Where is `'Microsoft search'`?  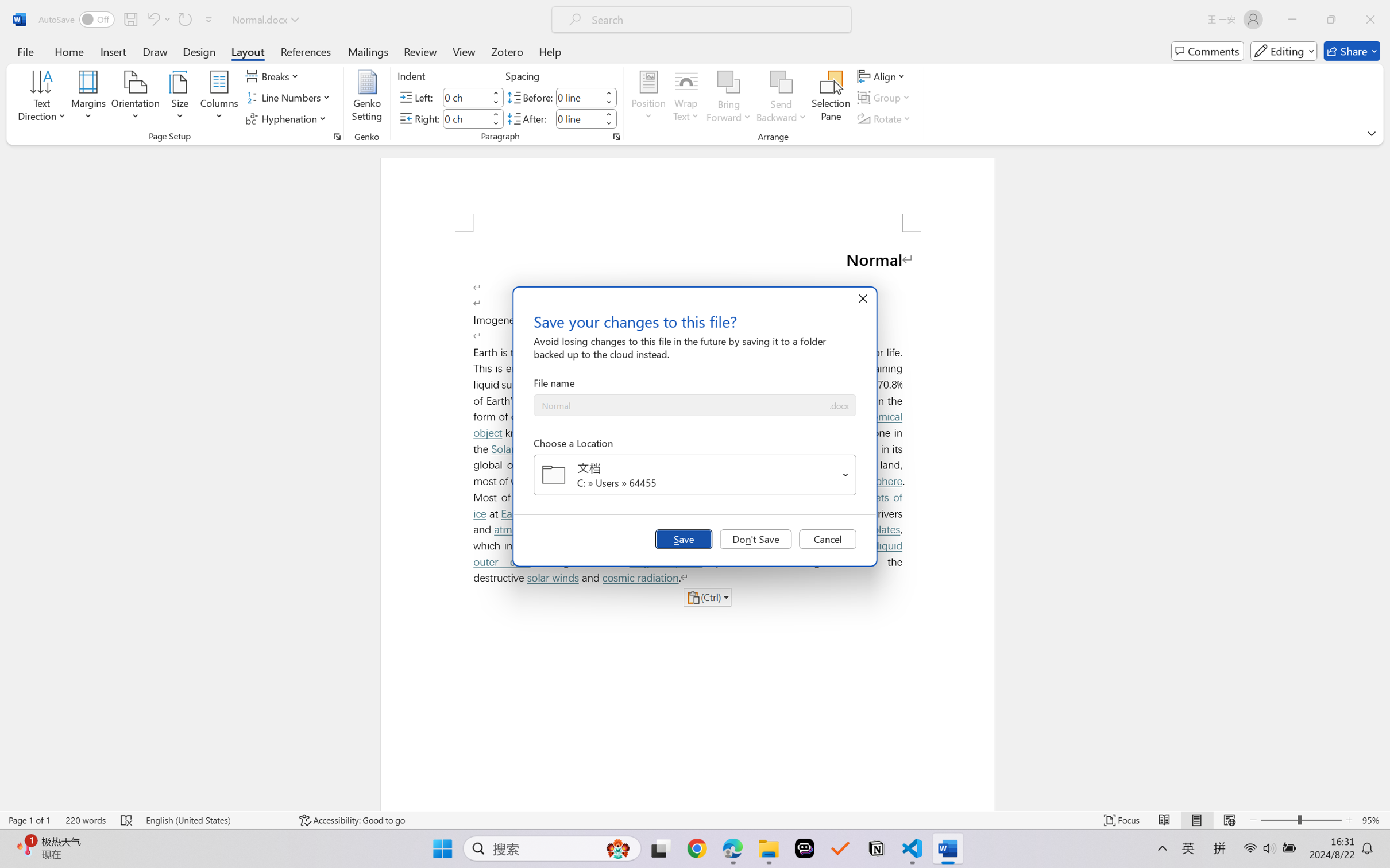
'Microsoft search' is located at coordinates (716, 19).